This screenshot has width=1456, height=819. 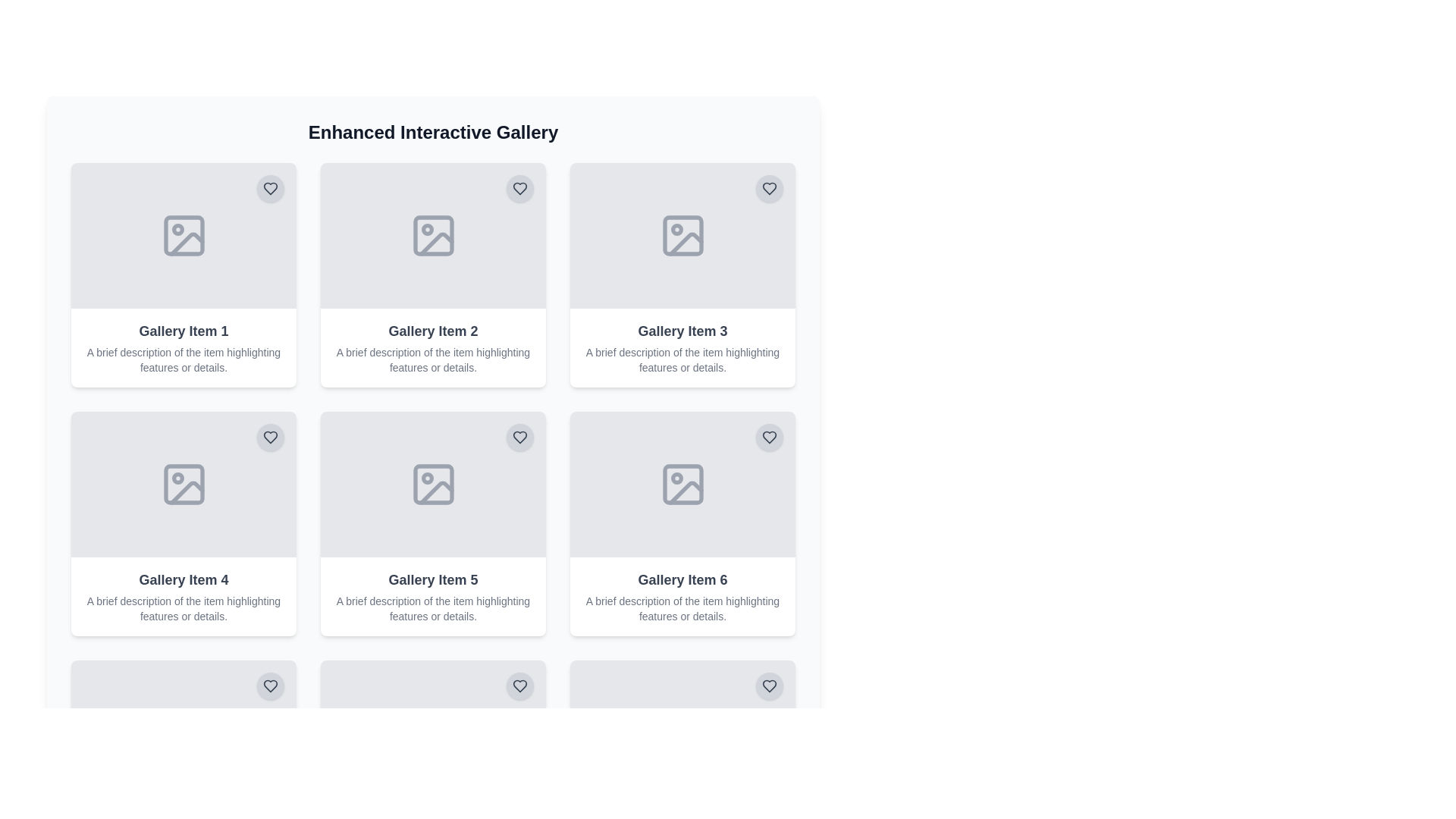 What do you see at coordinates (520, 686) in the screenshot?
I see `the favorite button located in the top-right corner of the gallery item in the second row and third column to observe any hover effects` at bounding box center [520, 686].